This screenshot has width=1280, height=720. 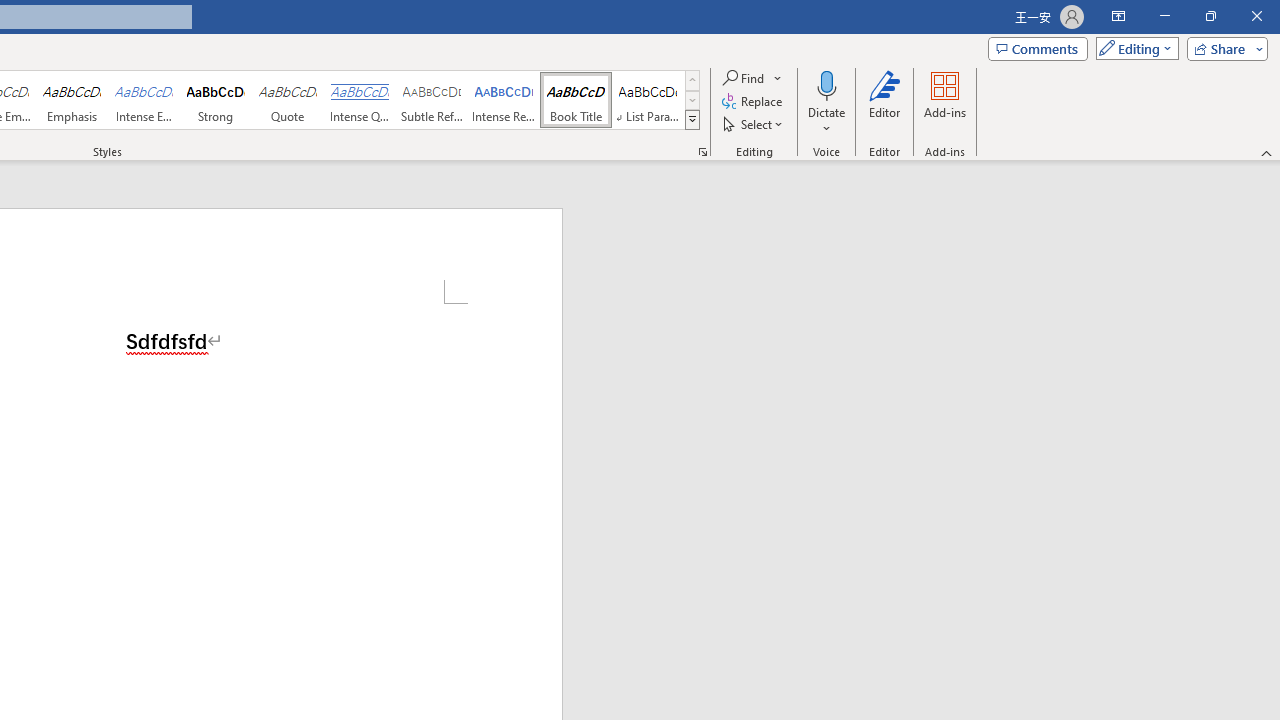 What do you see at coordinates (1133, 47) in the screenshot?
I see `'Mode'` at bounding box center [1133, 47].